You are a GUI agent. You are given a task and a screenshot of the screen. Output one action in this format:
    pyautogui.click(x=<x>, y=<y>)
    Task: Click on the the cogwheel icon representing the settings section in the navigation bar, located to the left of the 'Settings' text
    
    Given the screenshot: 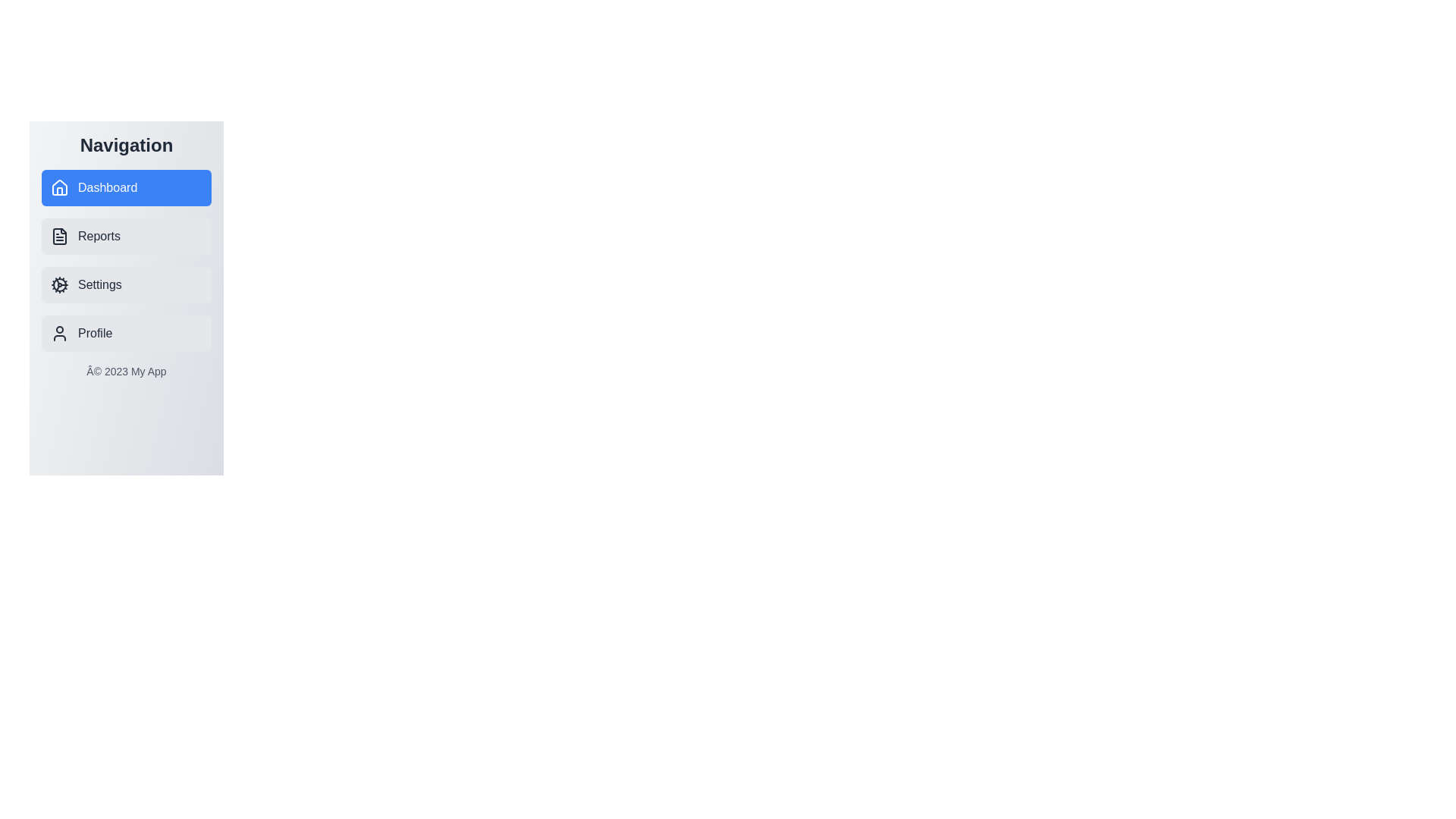 What is the action you would take?
    pyautogui.click(x=59, y=284)
    